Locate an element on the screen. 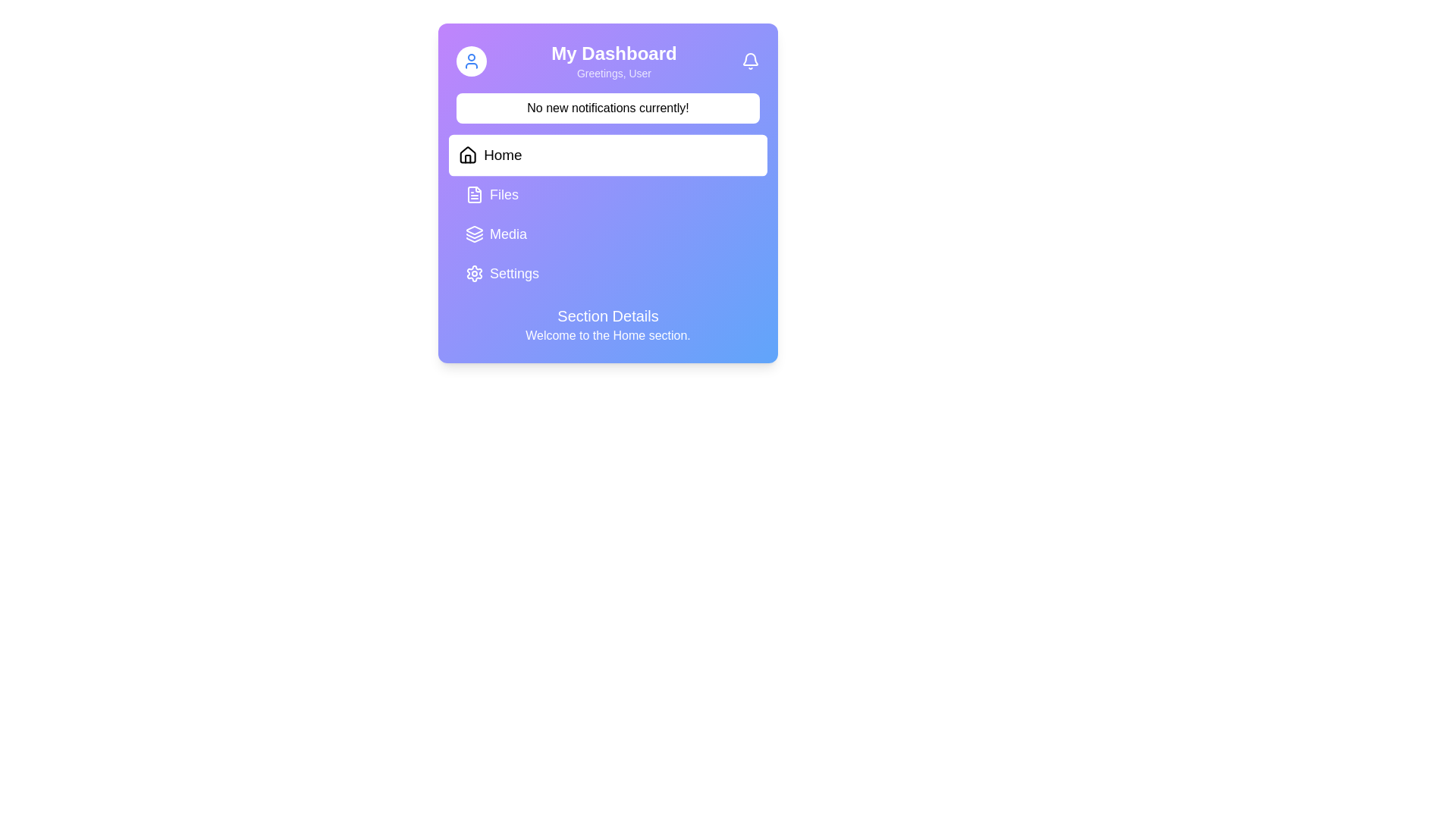  the intricate gear-shaped icon styled in light purple, located at the top-right corner of the interface adjacent to the 'My Dashboard' label is located at coordinates (473, 274).